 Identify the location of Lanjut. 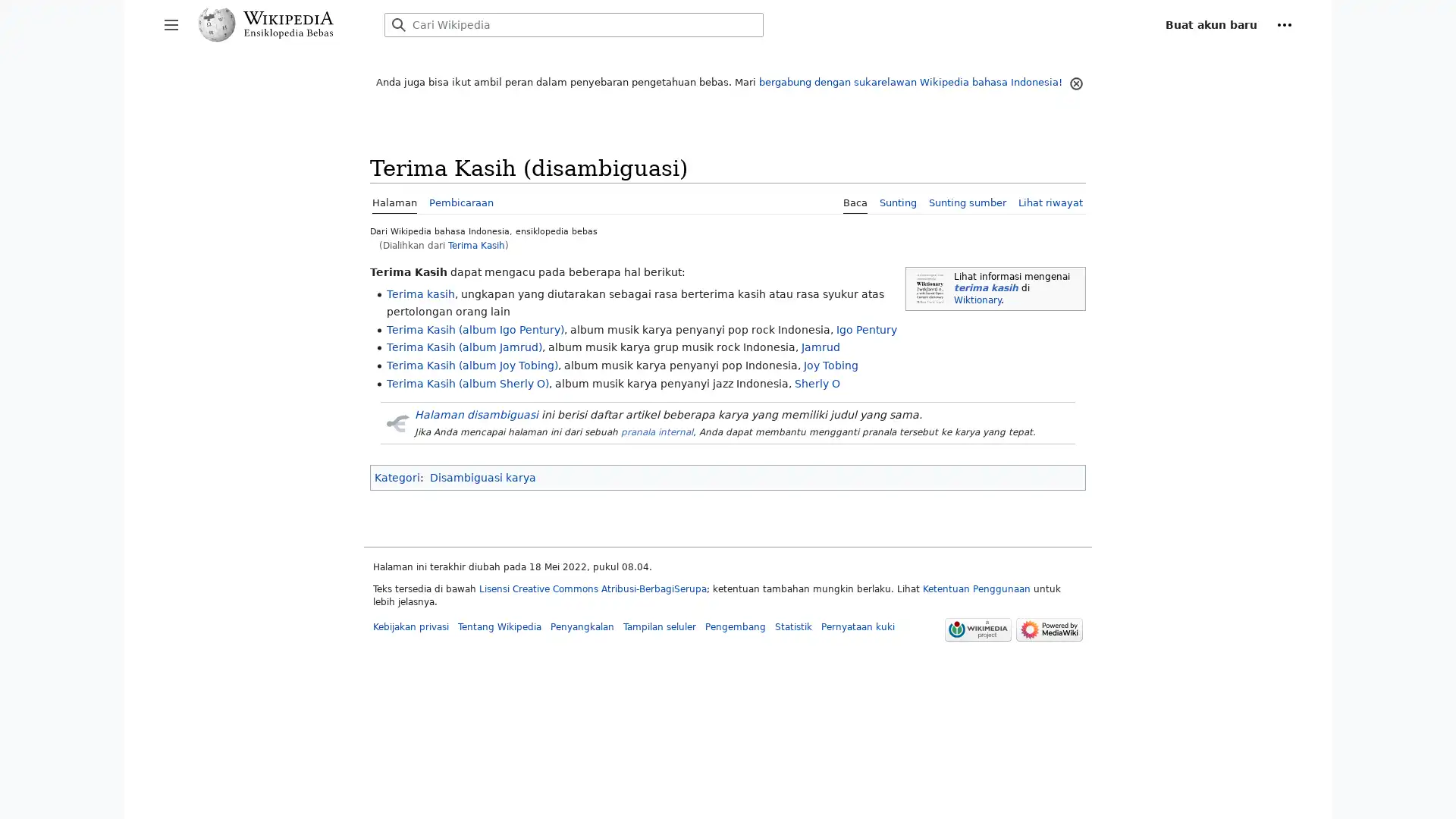
(399, 25).